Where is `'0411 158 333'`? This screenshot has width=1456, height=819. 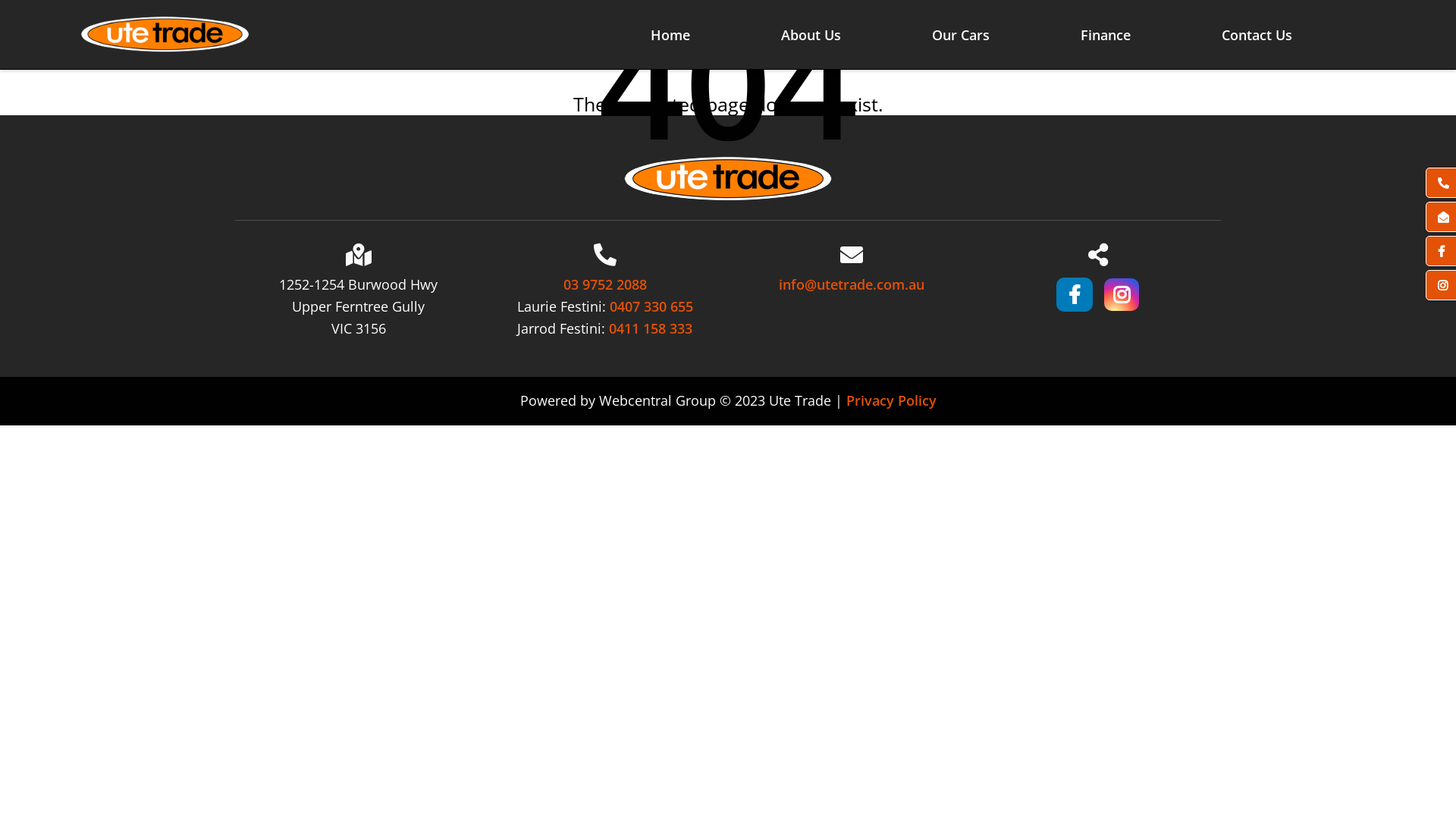
'0411 158 333' is located at coordinates (651, 328).